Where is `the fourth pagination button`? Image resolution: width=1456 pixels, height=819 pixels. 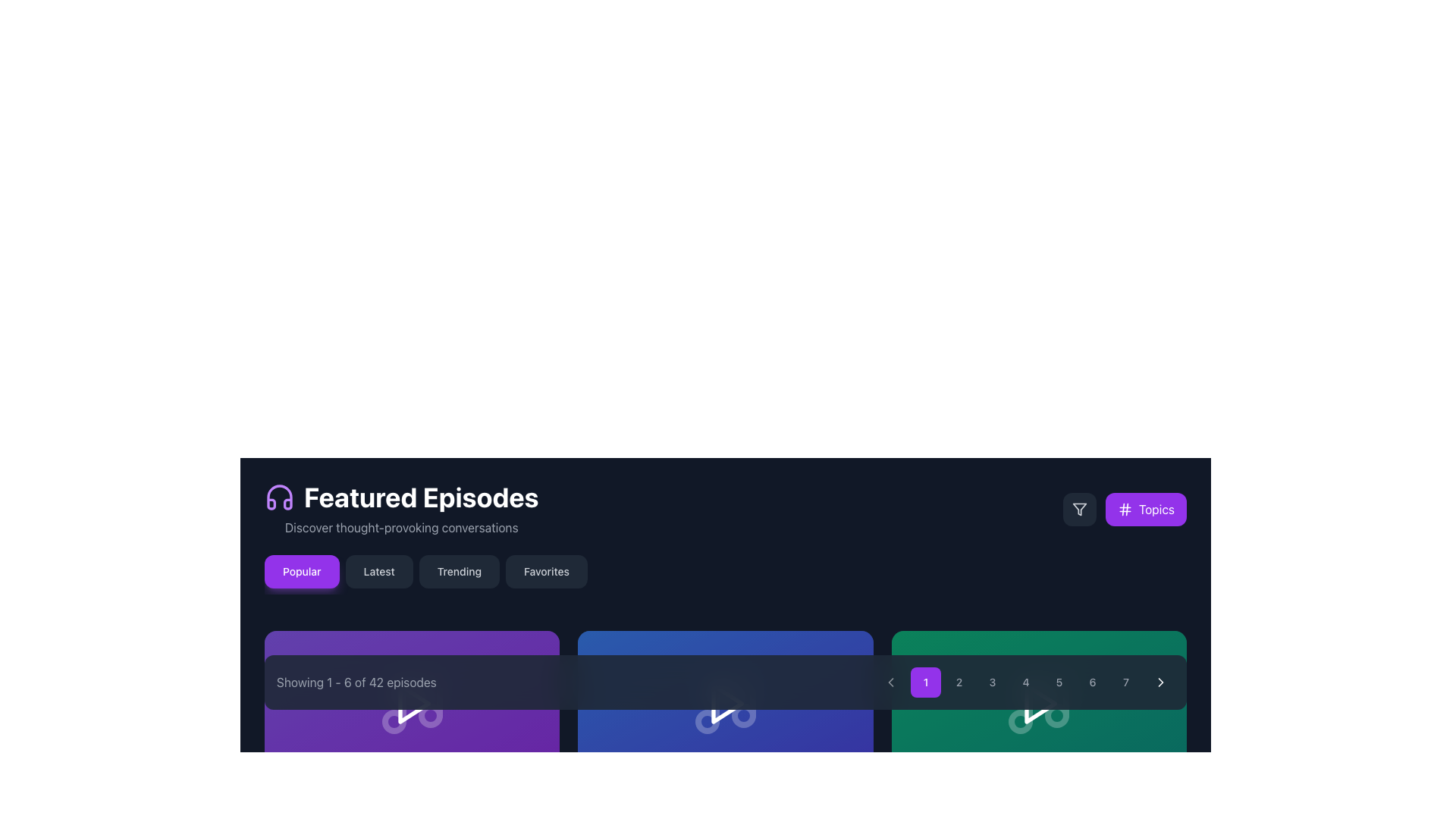 the fourth pagination button is located at coordinates (1026, 681).